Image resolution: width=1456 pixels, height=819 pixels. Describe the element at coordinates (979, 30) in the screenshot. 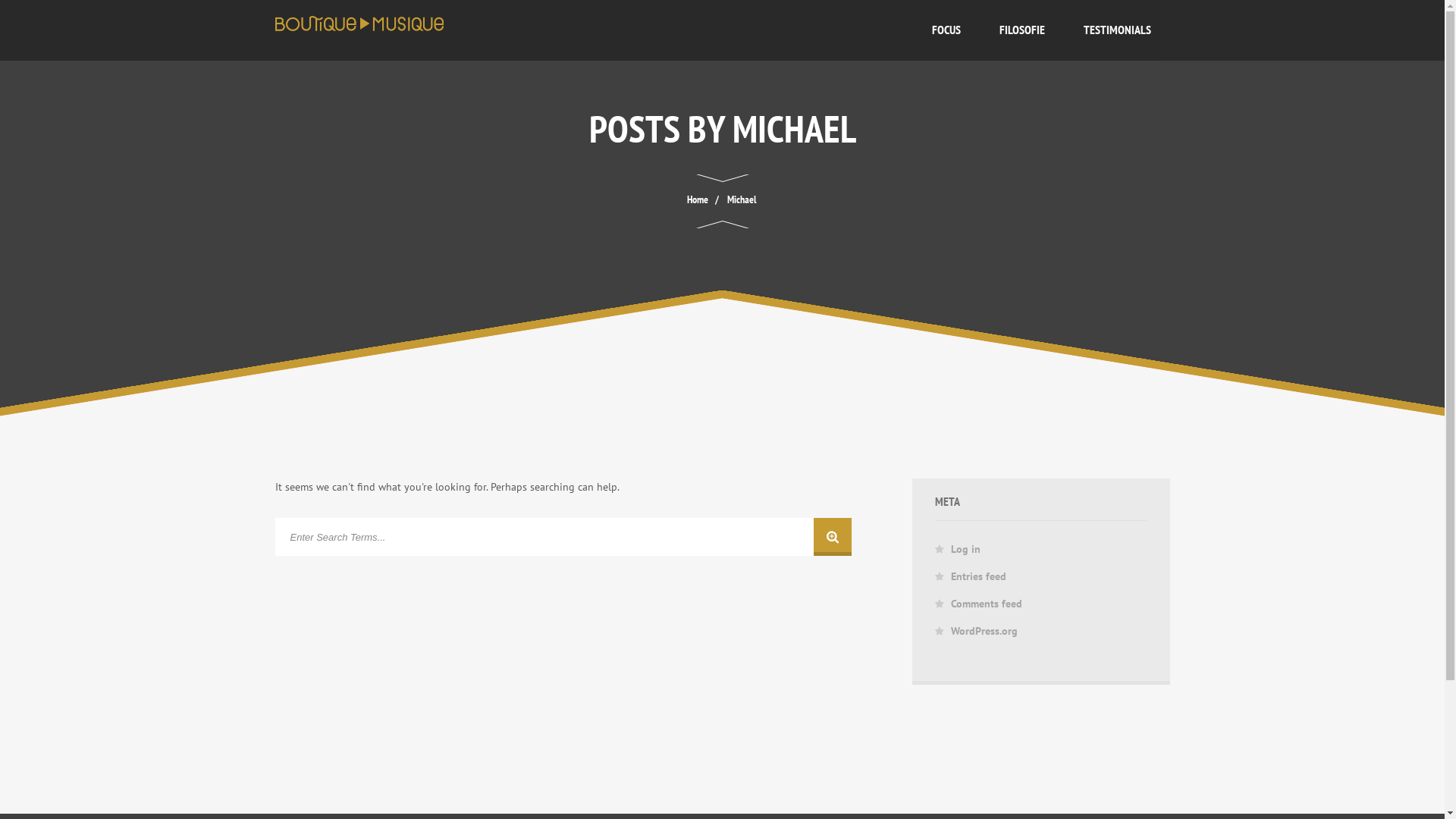

I see `'FILOSOFIE'` at that location.